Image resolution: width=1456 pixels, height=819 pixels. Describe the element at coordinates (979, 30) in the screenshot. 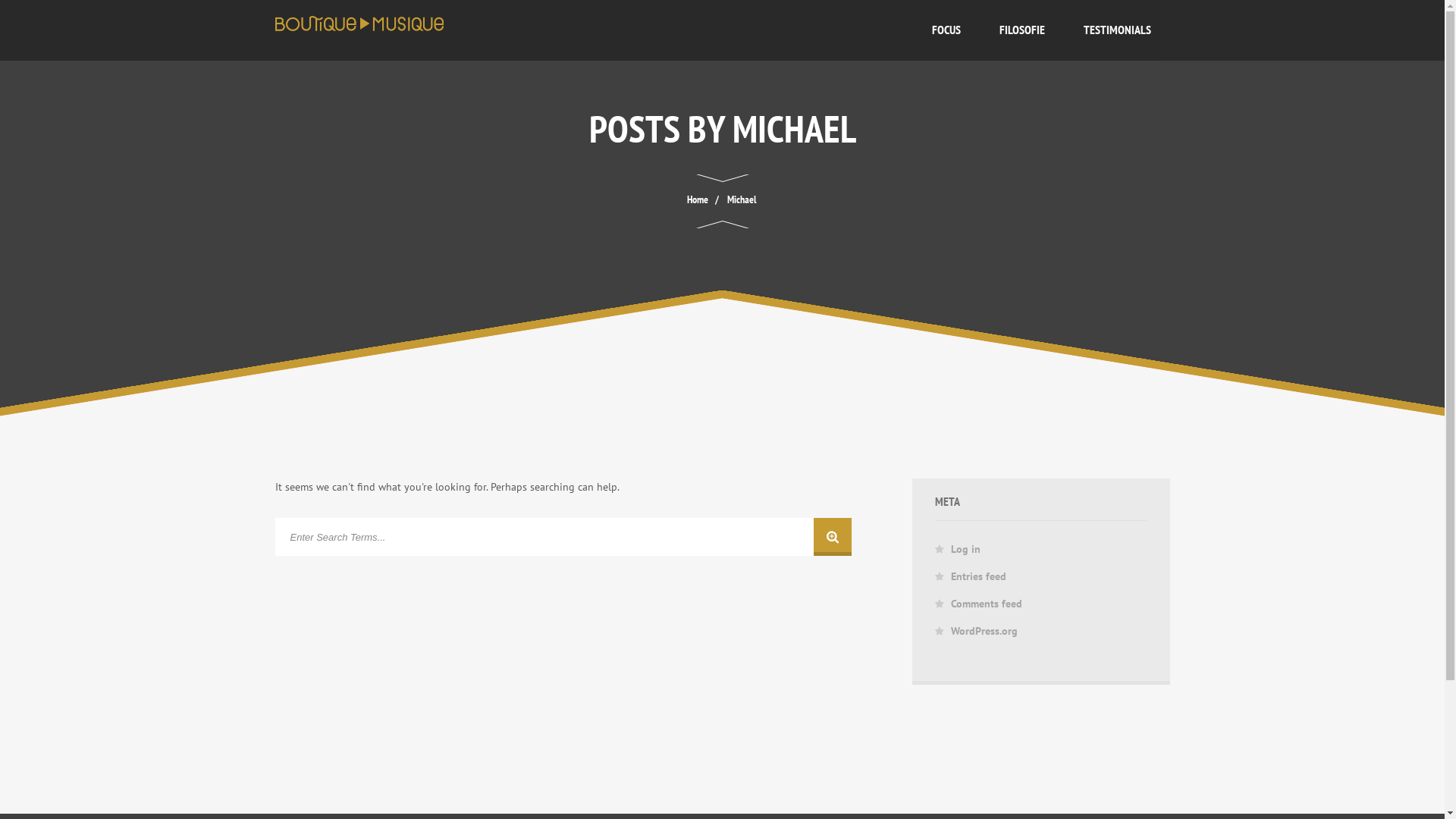

I see `'FILOSOFIE'` at that location.